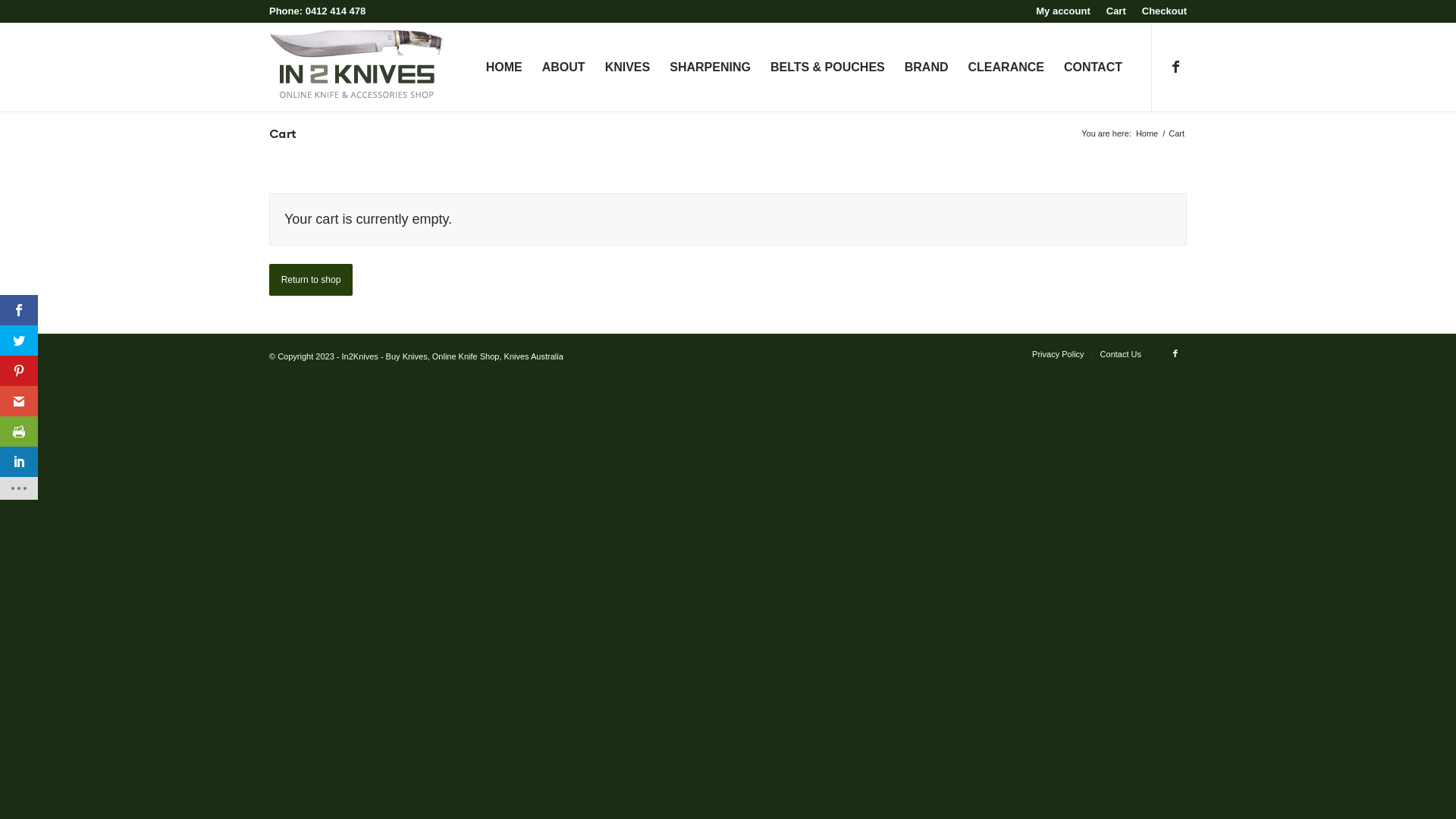 This screenshot has width=1456, height=819. Describe the element at coordinates (356, 60) in the screenshot. I see `'in2knives-logo-web'` at that location.